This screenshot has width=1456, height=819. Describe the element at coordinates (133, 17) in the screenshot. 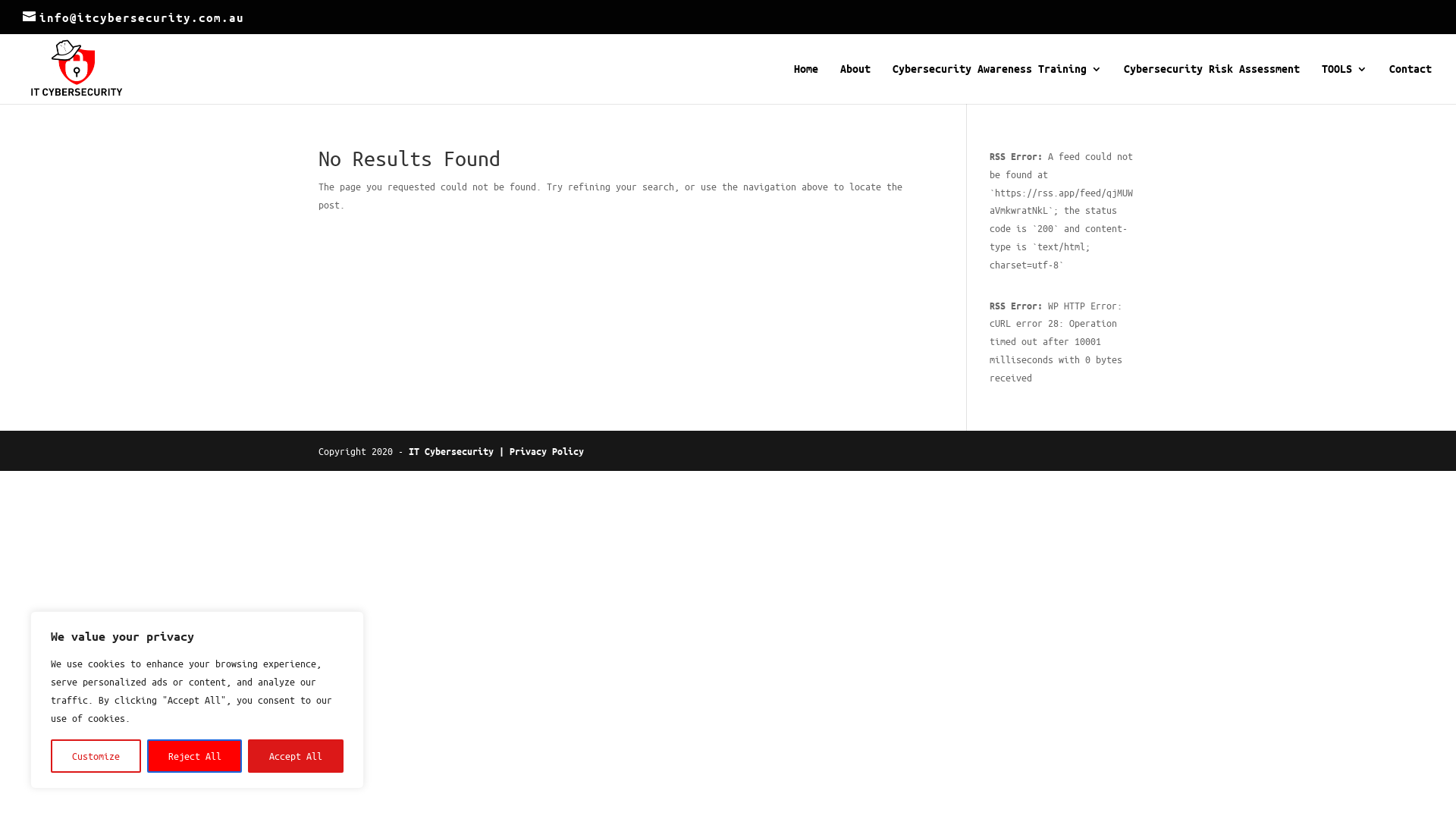

I see `'info@itcybersecurity.com.au'` at that location.